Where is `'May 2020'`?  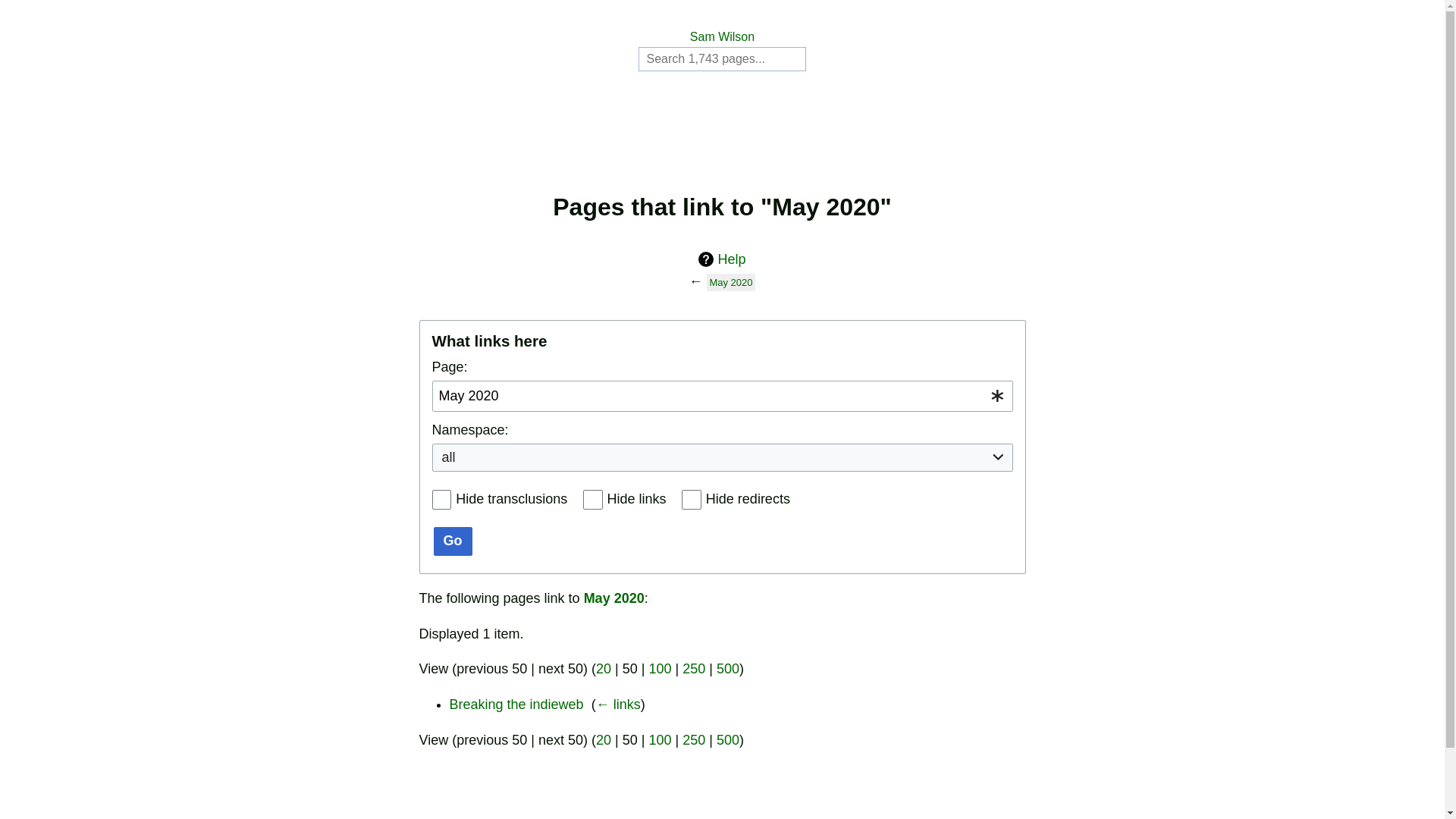 'May 2020' is located at coordinates (731, 282).